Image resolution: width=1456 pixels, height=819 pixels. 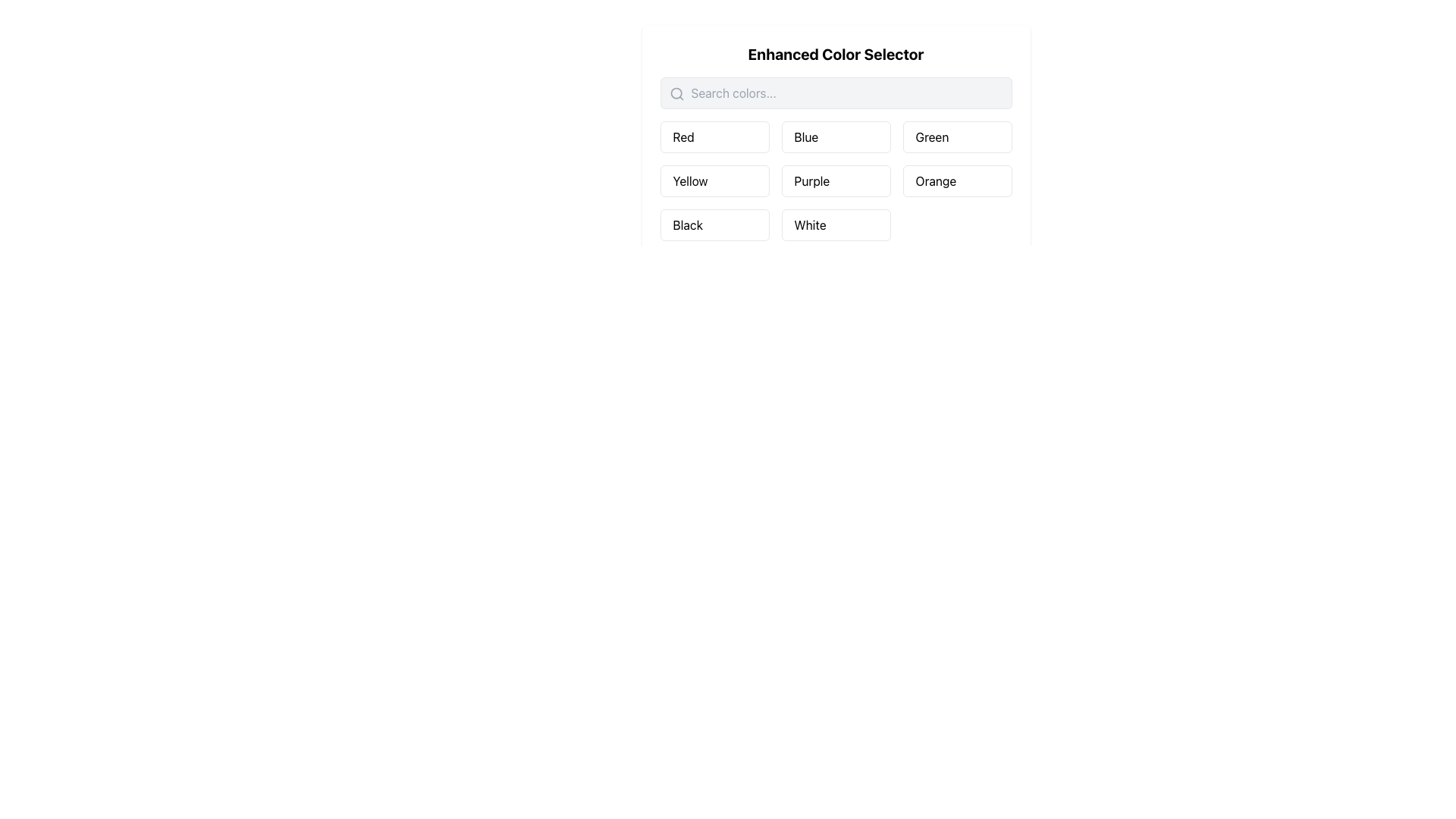 I want to click on the button that allows users to select the 'Black' color option, located in the bottom-left corner of the grid's last row, to the left of the 'White' button, so click(x=714, y=225).